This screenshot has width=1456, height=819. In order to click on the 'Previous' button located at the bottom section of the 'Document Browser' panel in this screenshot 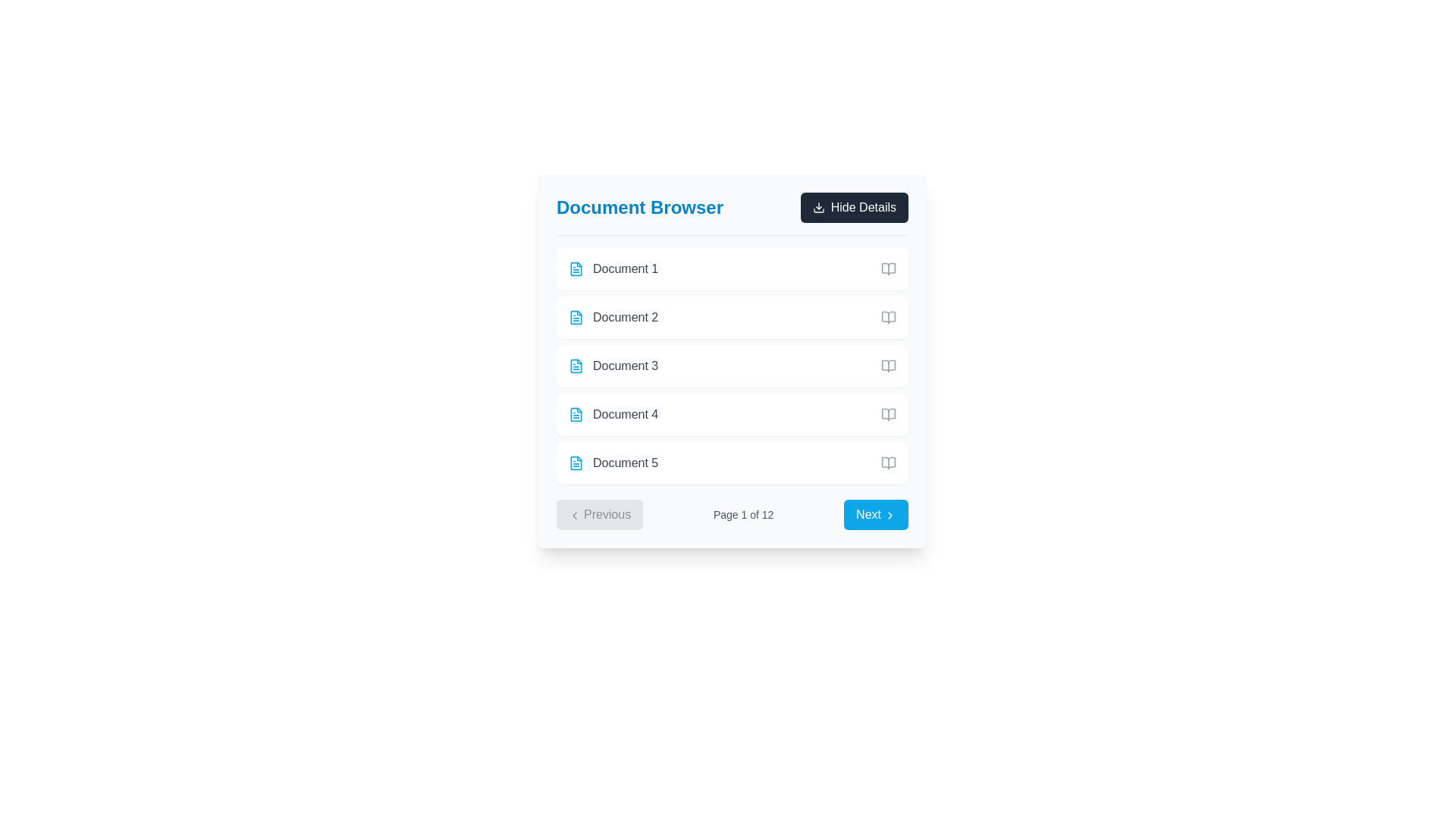, I will do `click(599, 513)`.